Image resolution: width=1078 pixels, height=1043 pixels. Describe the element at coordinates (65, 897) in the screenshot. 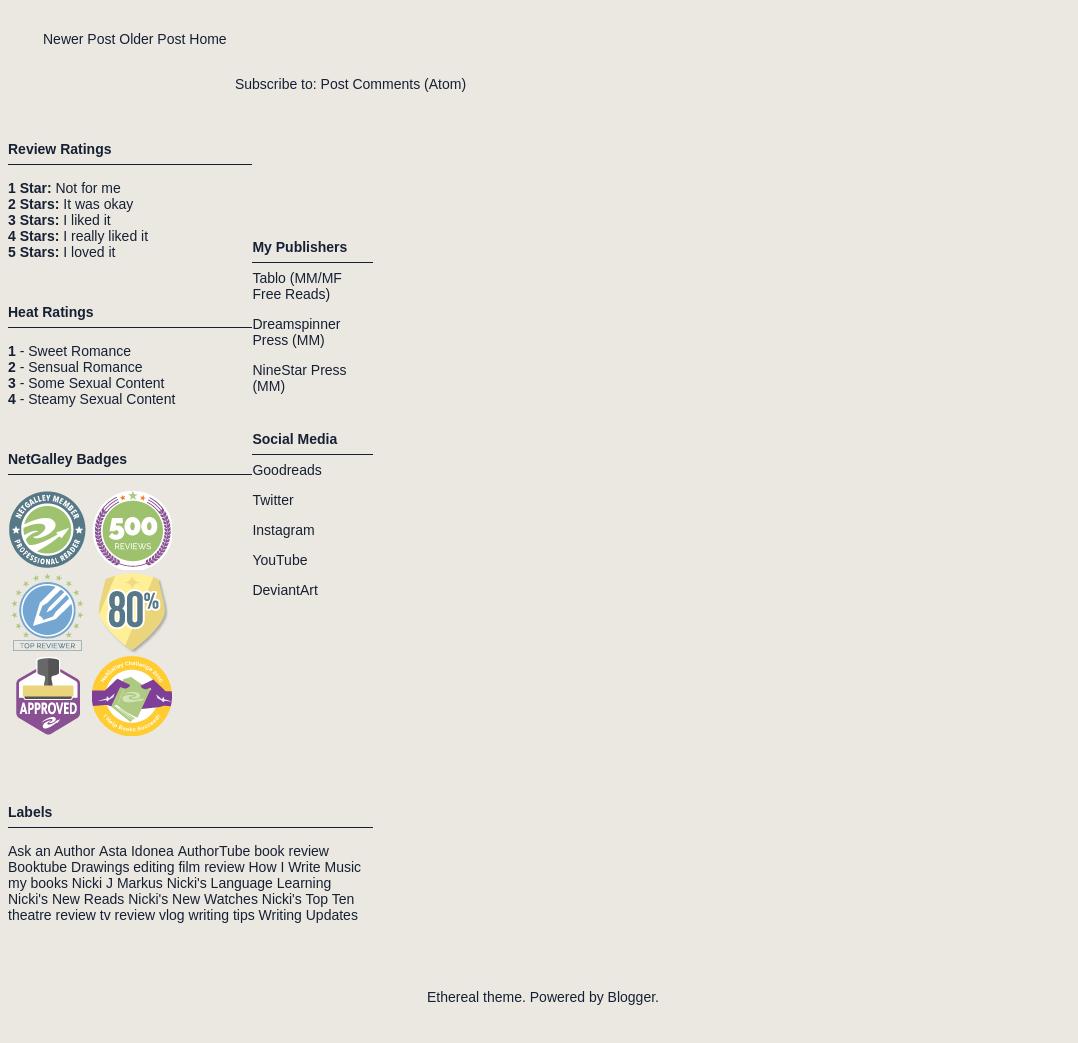

I see `'Nicki's New Reads'` at that location.